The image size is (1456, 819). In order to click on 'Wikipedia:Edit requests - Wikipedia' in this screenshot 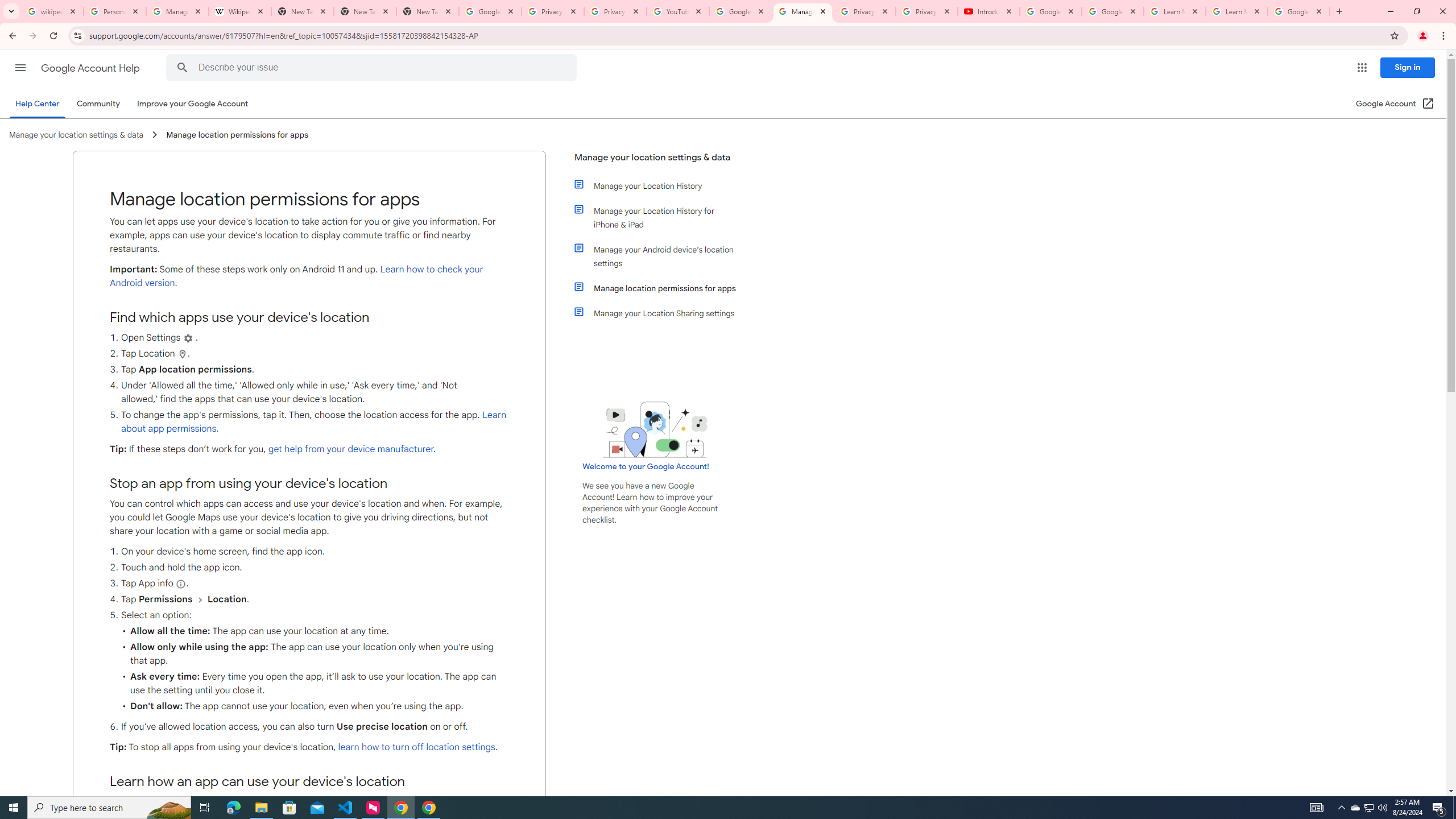, I will do `click(239, 11)`.